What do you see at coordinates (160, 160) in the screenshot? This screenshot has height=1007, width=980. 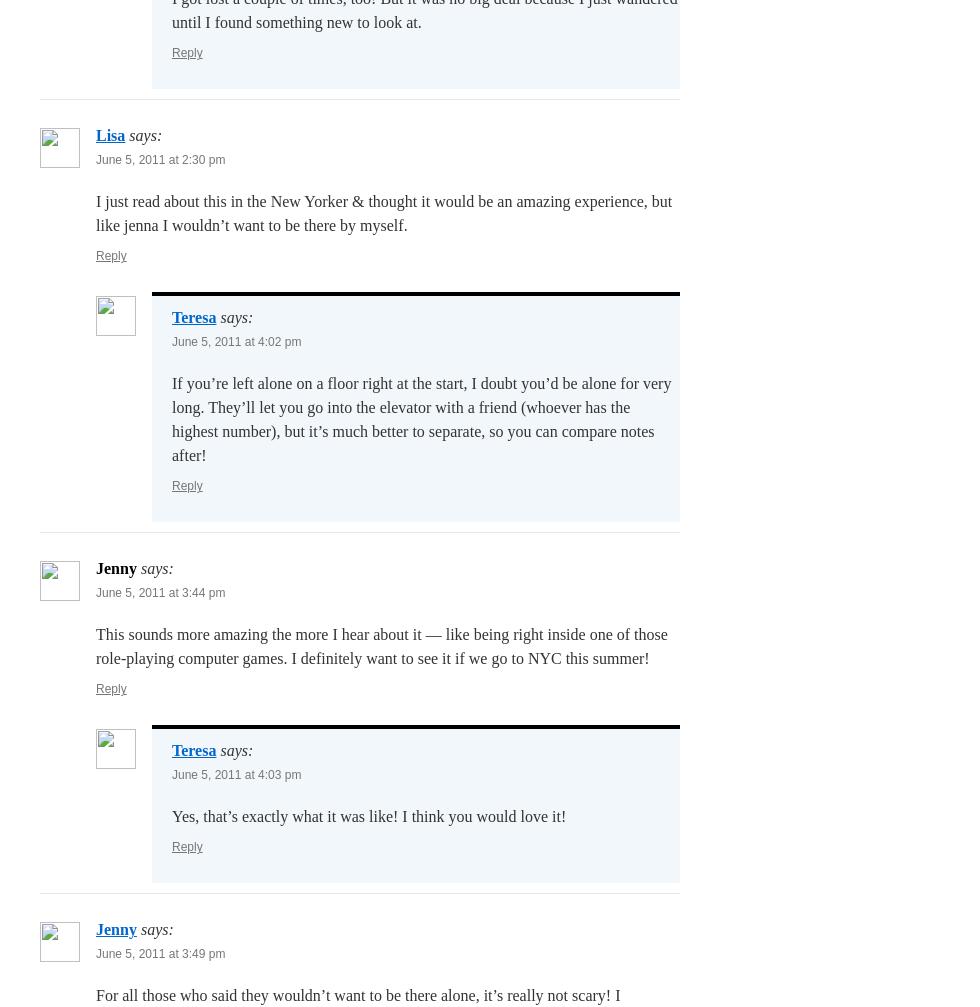 I see `'June 5, 2011 at 2:30 pm'` at bounding box center [160, 160].